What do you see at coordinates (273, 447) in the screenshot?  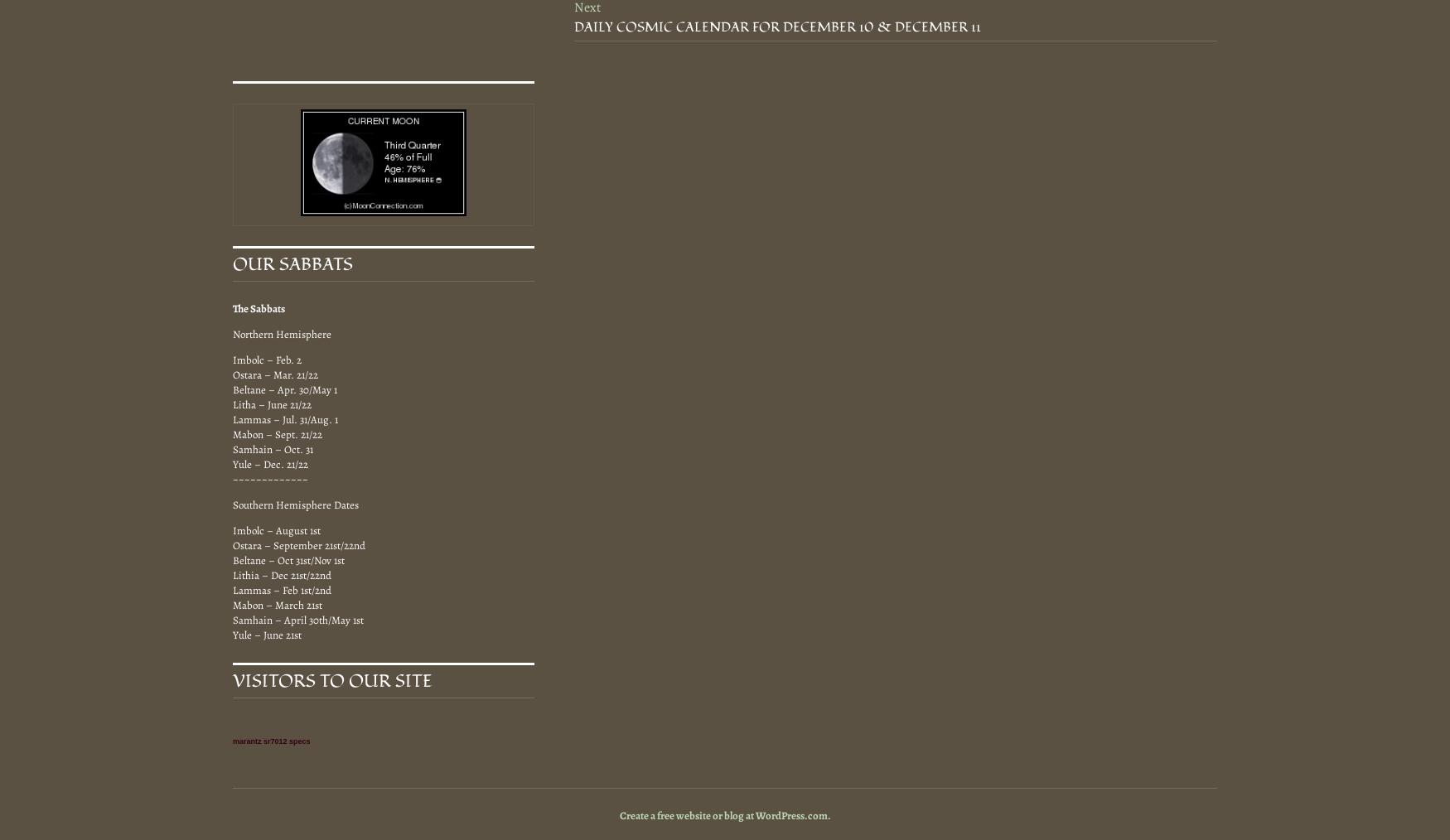 I see `'Samhain – Oct. 31'` at bounding box center [273, 447].